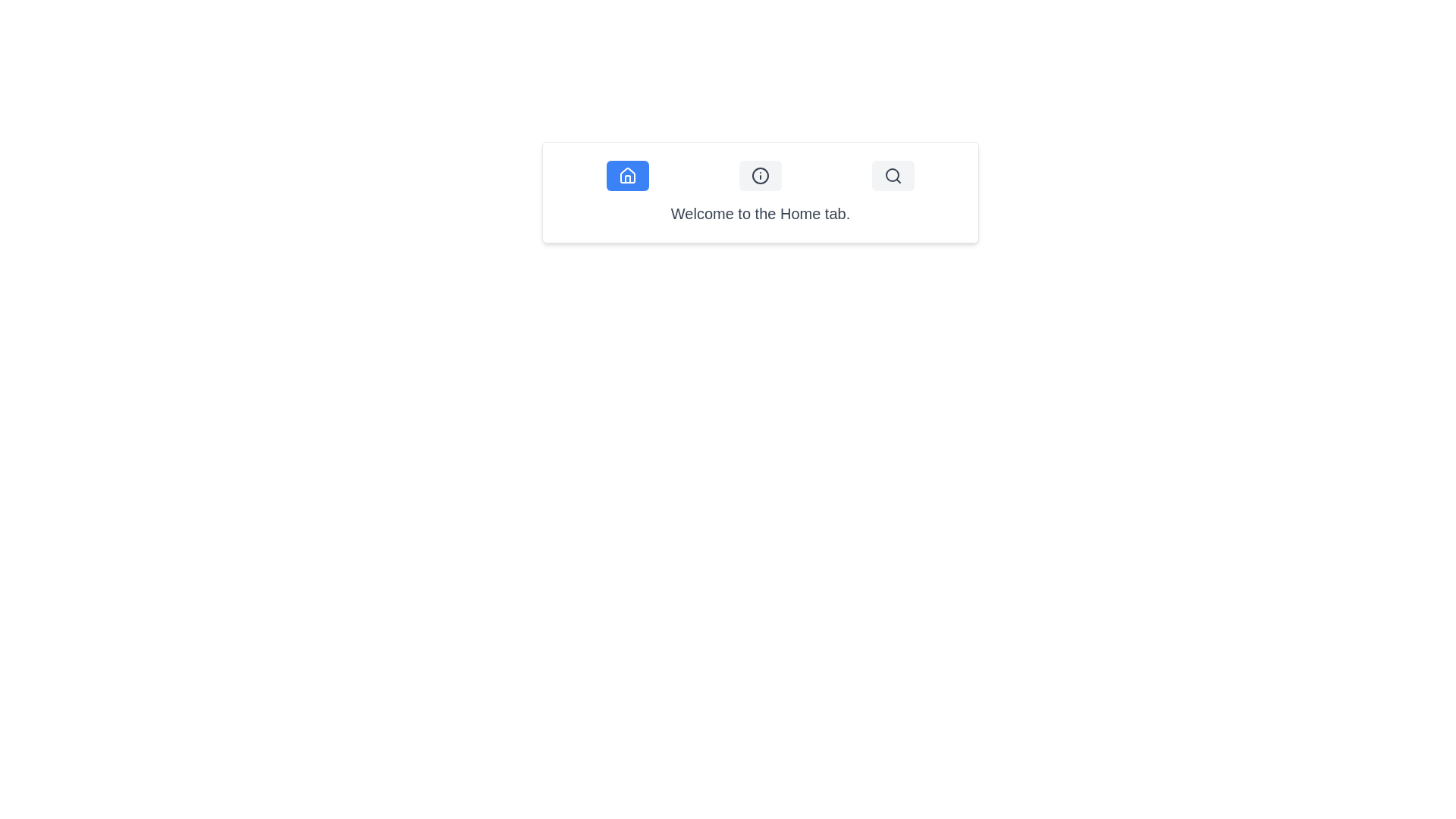  I want to click on the house icon located in the leftmost button of a group of three buttons, which is highlighted in blue, so click(627, 174).